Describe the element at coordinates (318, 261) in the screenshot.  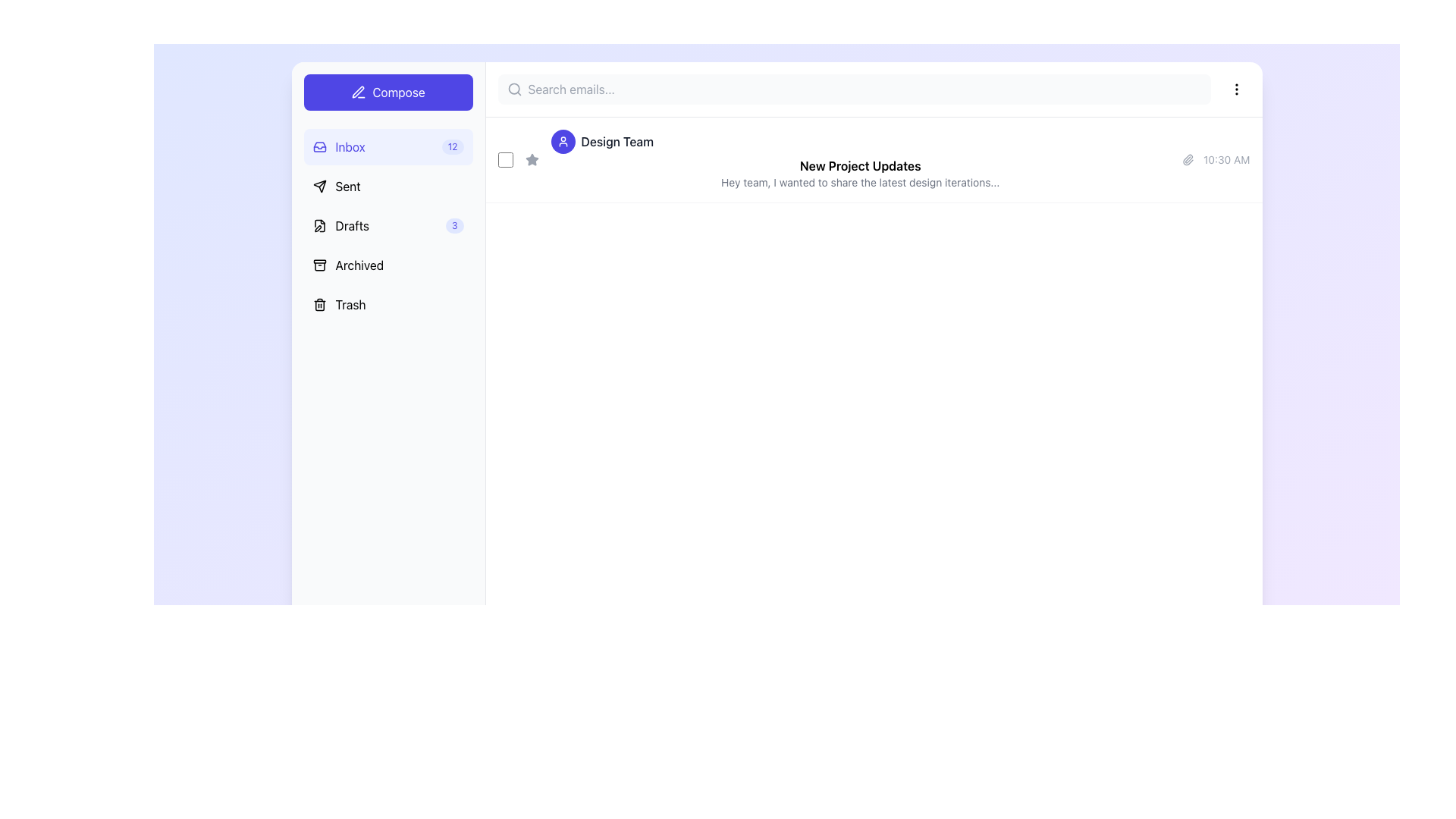
I see `the top horizontal bar of the 'Archived' graphical icon component, which is a narrow rectangular bar with rounded corners` at that location.